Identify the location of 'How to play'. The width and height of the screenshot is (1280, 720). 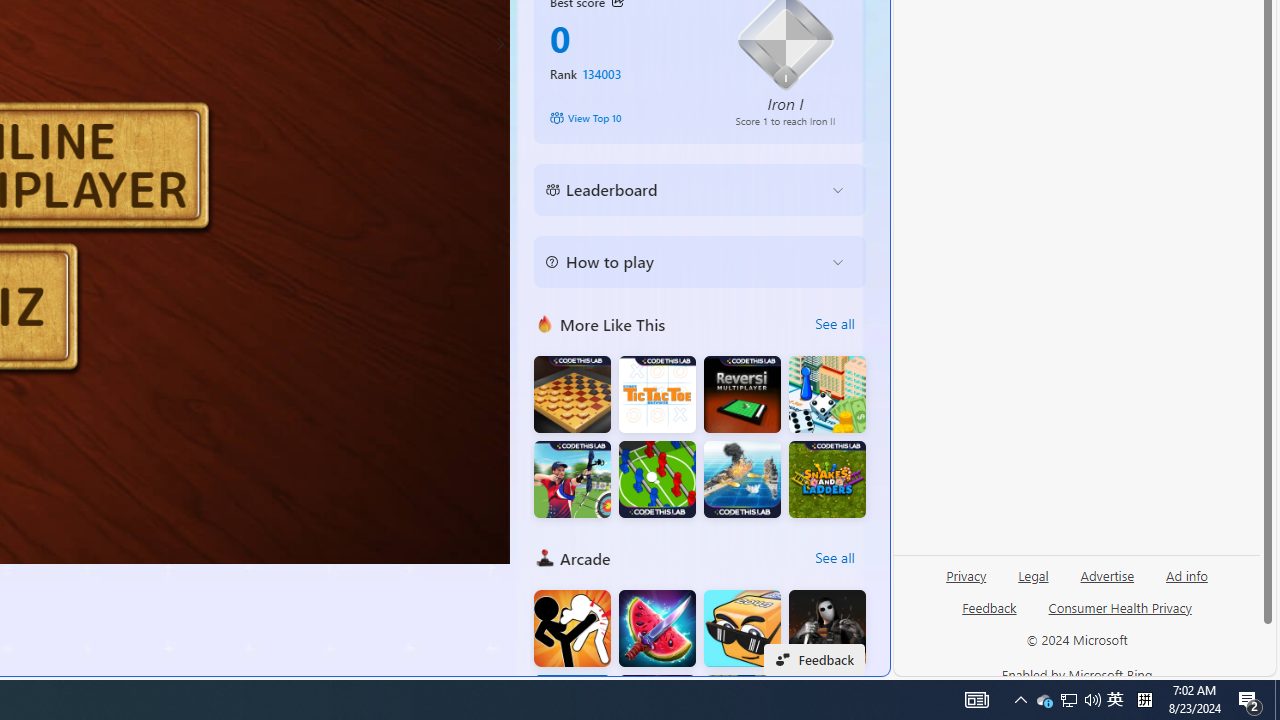
(684, 261).